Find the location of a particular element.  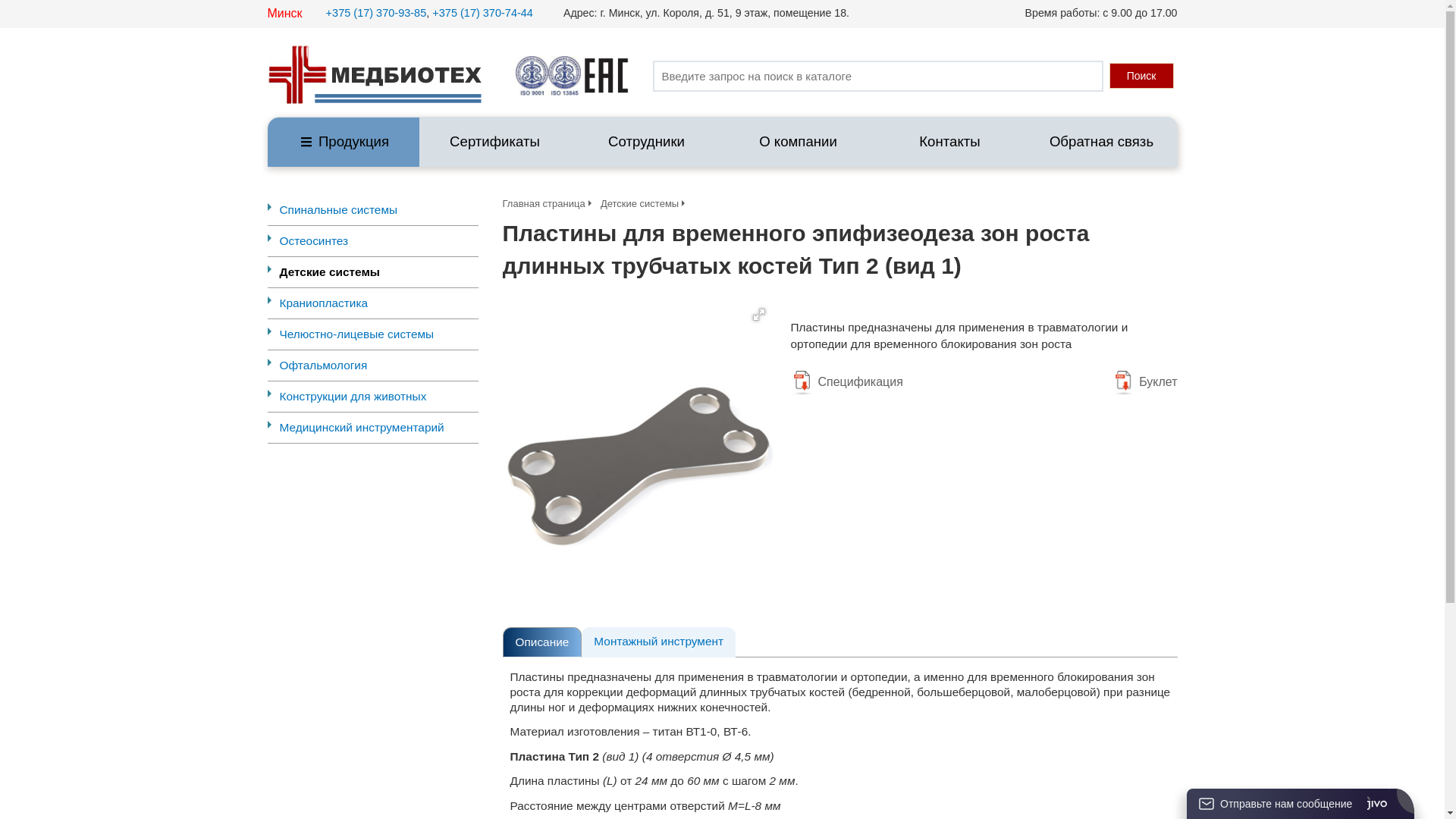

'EAC' is located at coordinates (605, 76).